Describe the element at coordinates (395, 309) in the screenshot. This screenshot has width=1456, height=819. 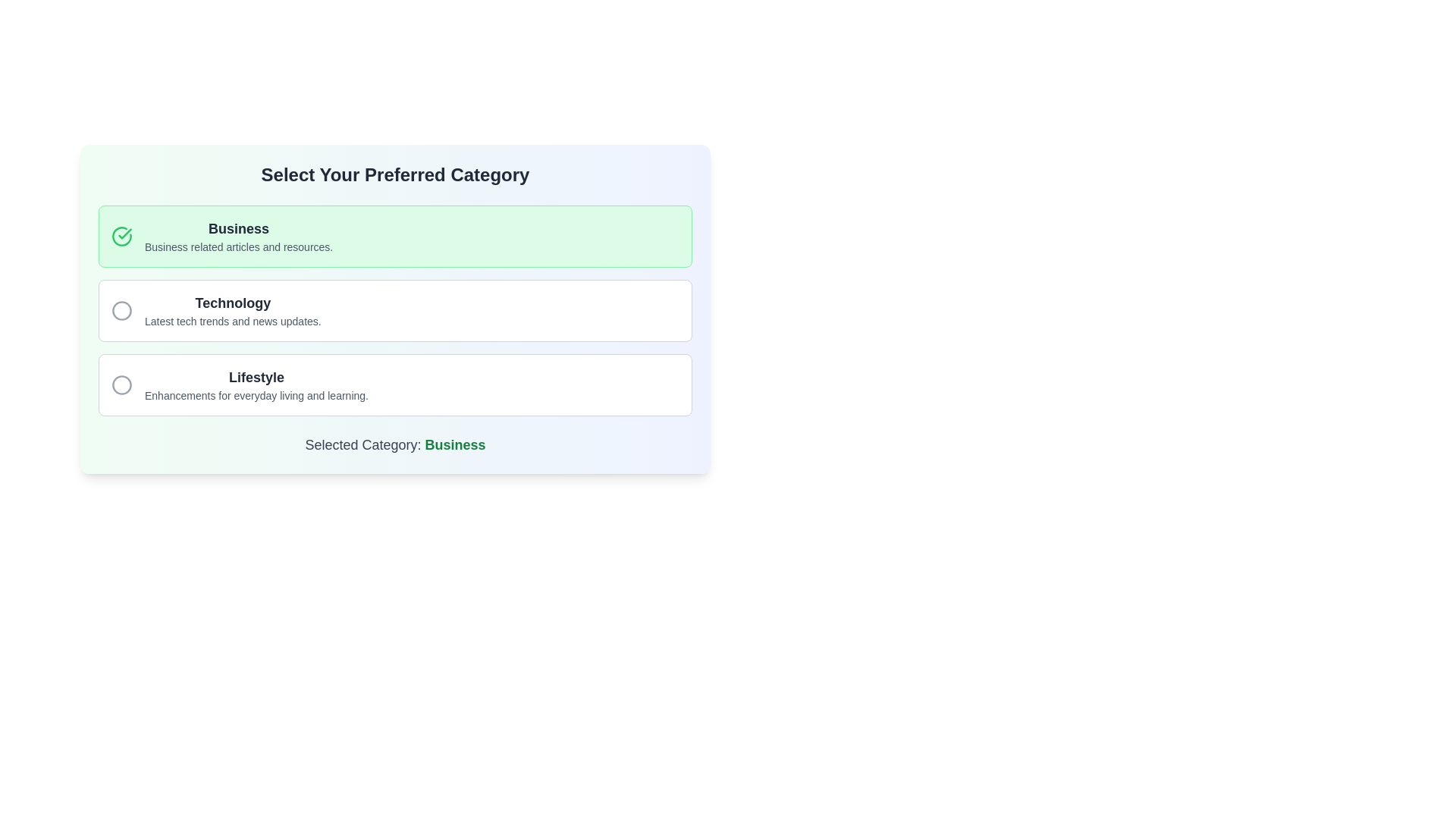
I see `the List of selectable options` at that location.